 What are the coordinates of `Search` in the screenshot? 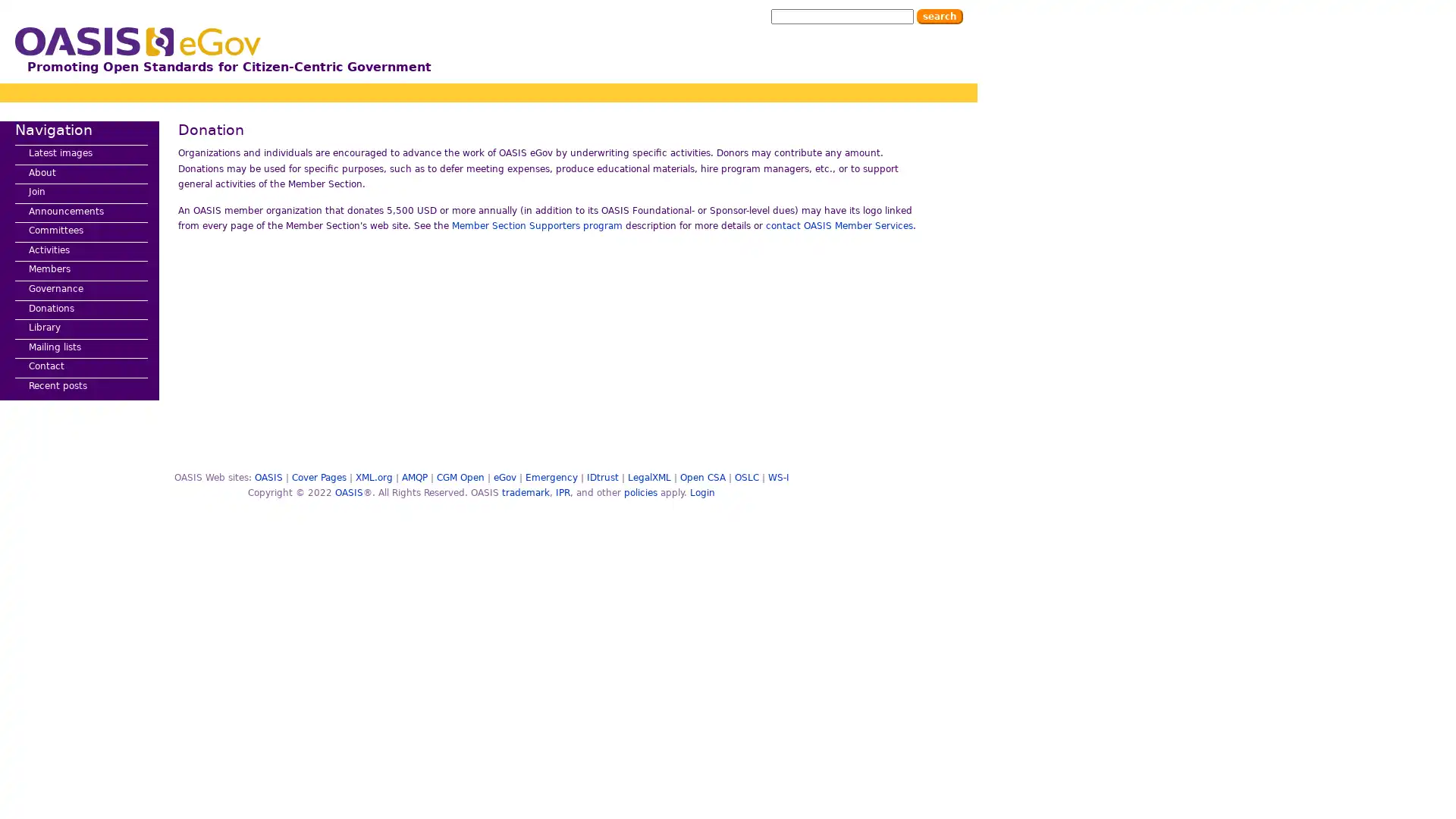 It's located at (939, 17).